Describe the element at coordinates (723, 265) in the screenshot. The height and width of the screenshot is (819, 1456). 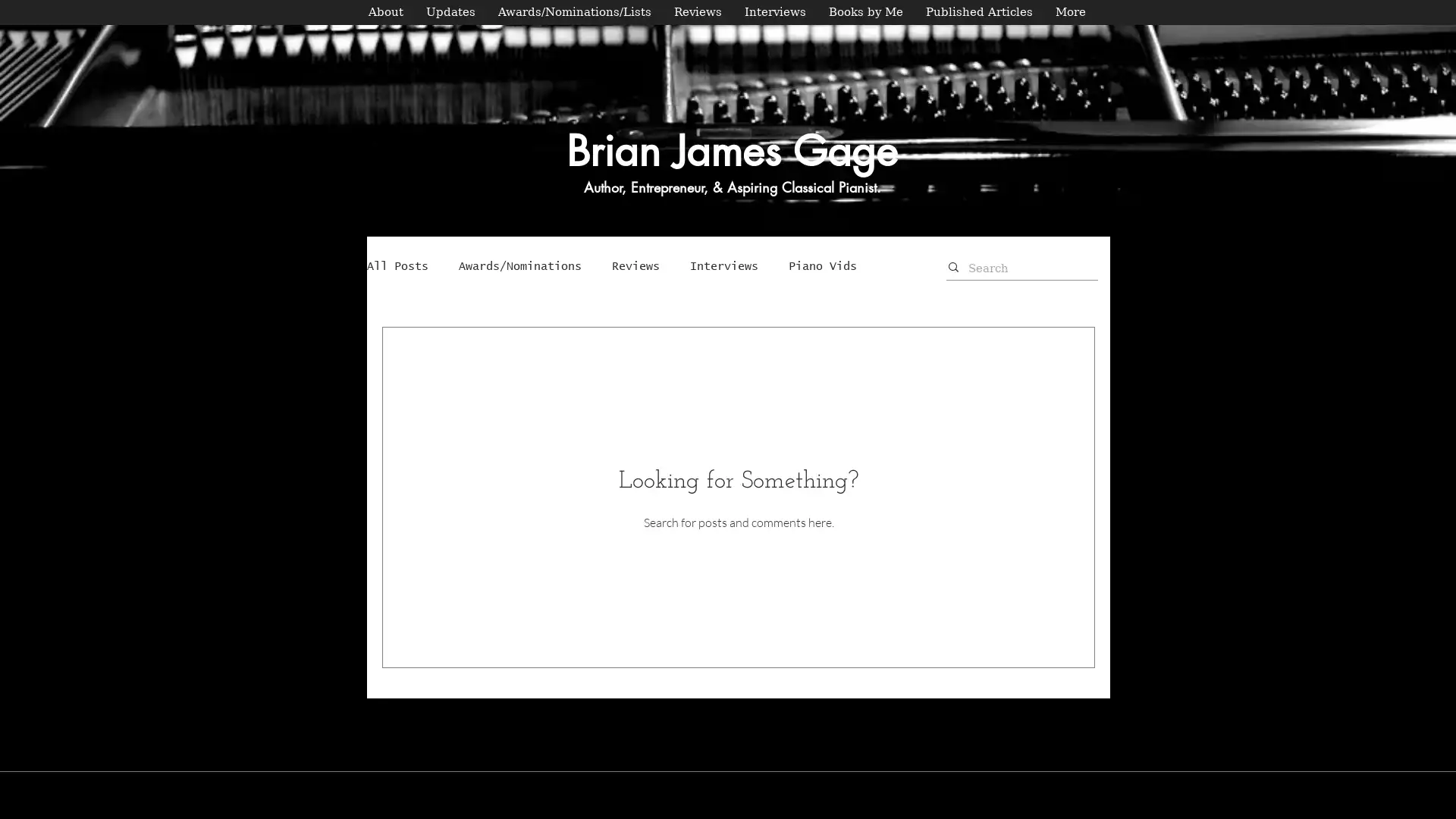
I see `Interviews` at that location.